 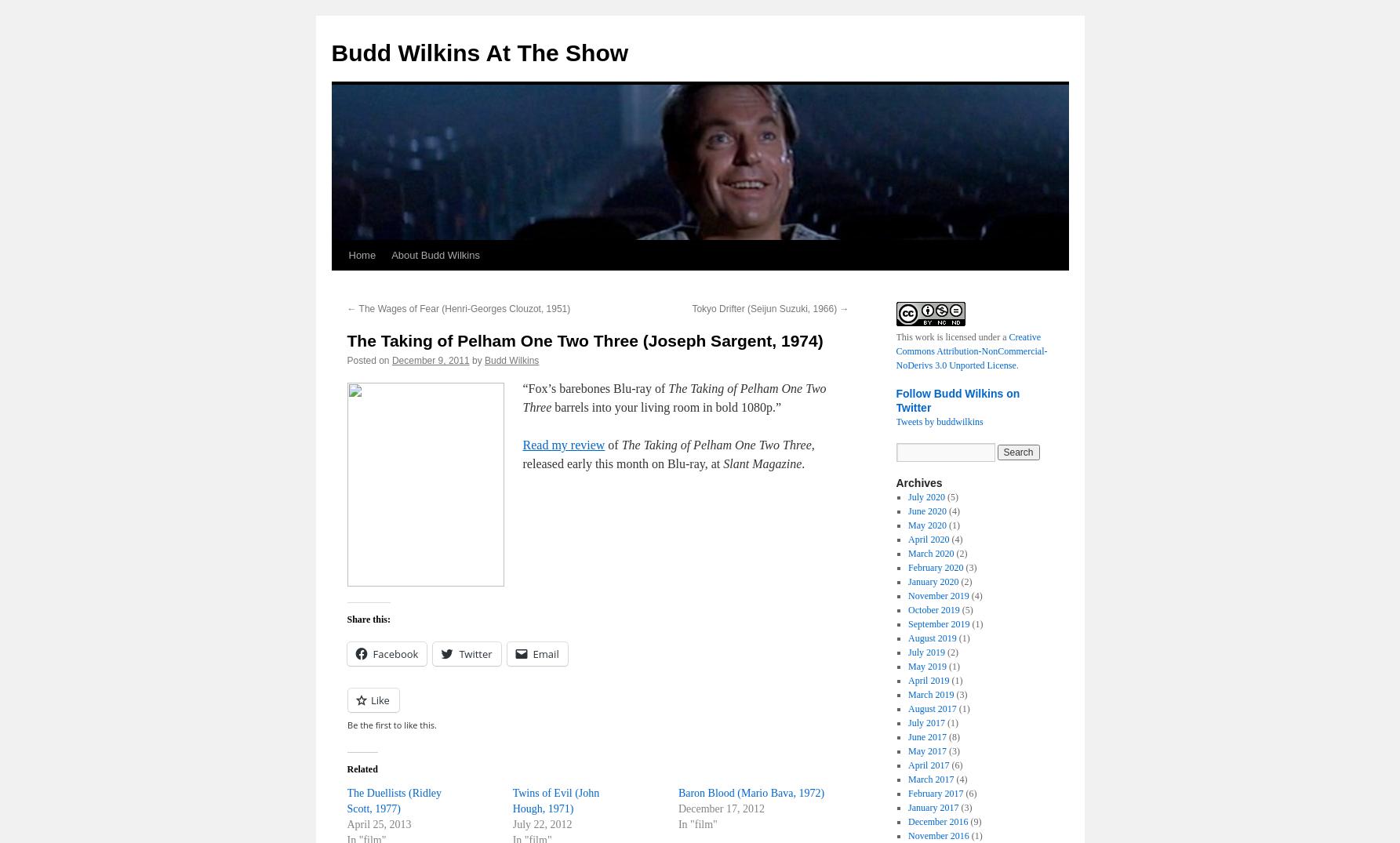 I want to click on 'November 2019', so click(x=937, y=596).